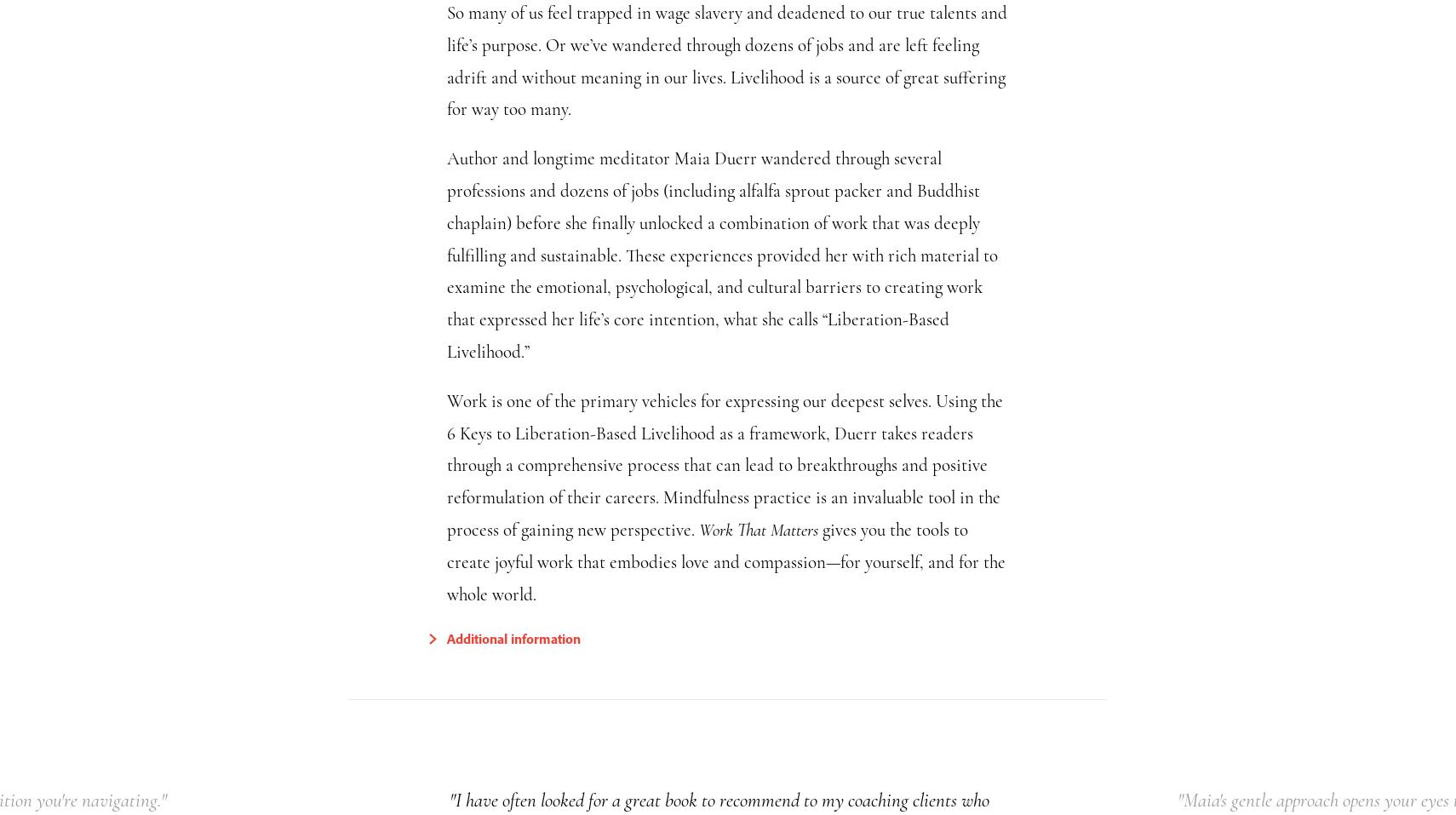  What do you see at coordinates (422, 359) in the screenshot?
I see `'Parallax Press is a nonprofit publisher founded by Zen Master Thich Nhat Hanh. We publish books and media on the art of mindful living and Engaged Buddhism. We are committed to offering teachings that help transform suffering and injustice. Our aspiration is to contribute to collective insight and awakening, bringing about a more joyful, healthy, and compassionate society.'` at bounding box center [422, 359].